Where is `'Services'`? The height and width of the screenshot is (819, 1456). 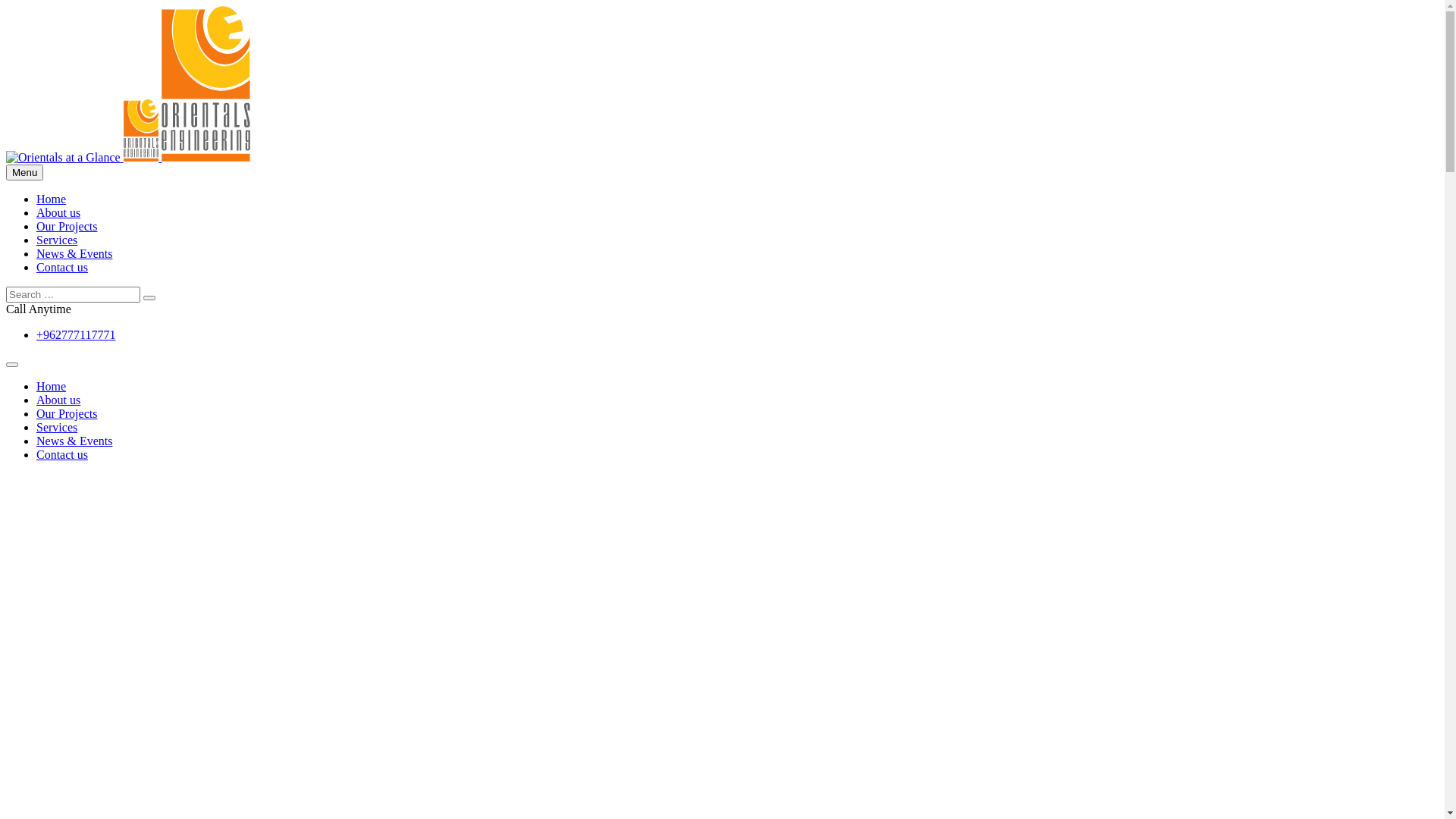
'Services' is located at coordinates (57, 427).